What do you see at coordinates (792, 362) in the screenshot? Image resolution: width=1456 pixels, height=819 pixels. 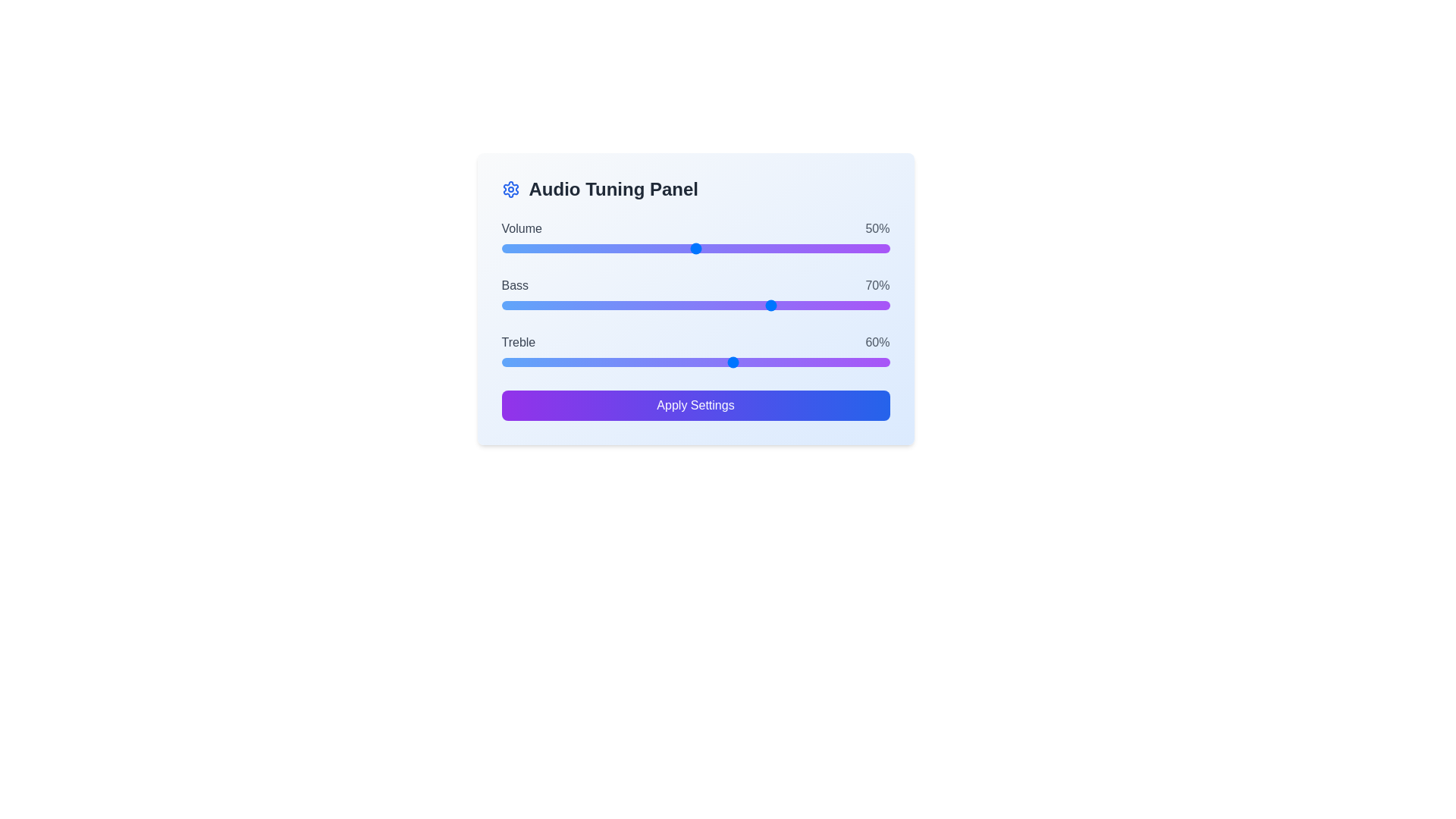 I see `the slider's value` at bounding box center [792, 362].